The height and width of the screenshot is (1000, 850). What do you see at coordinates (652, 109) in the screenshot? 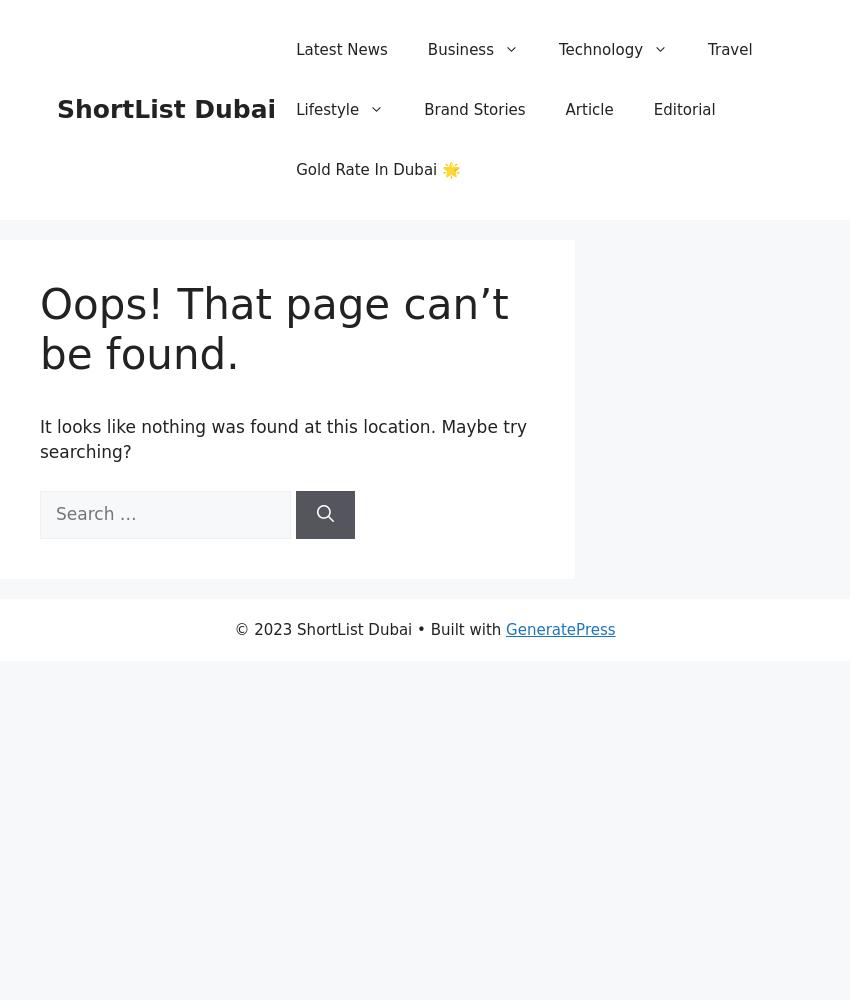
I see `'Editorial'` at bounding box center [652, 109].